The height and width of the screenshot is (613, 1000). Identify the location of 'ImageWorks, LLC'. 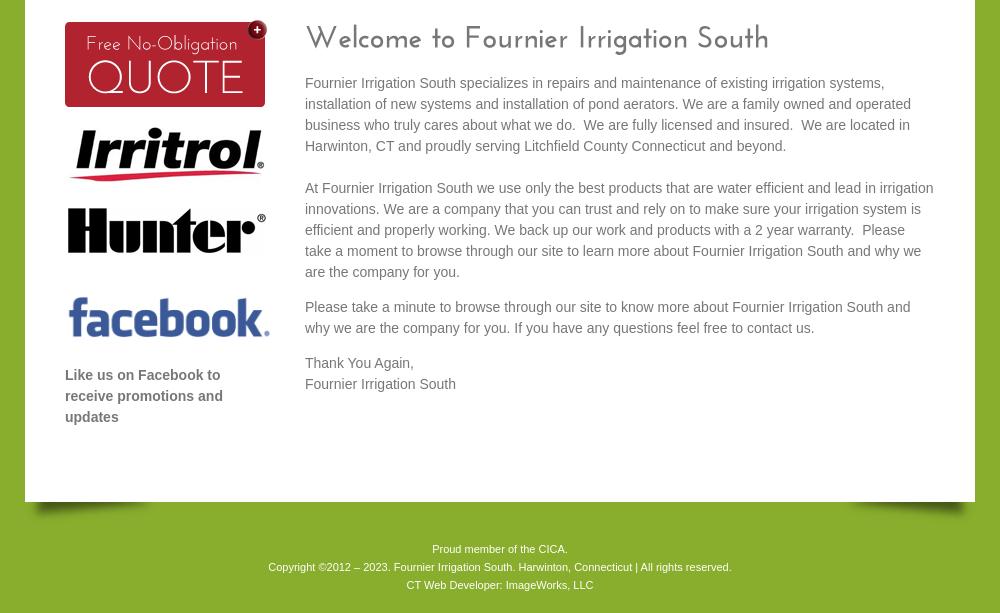
(502, 583).